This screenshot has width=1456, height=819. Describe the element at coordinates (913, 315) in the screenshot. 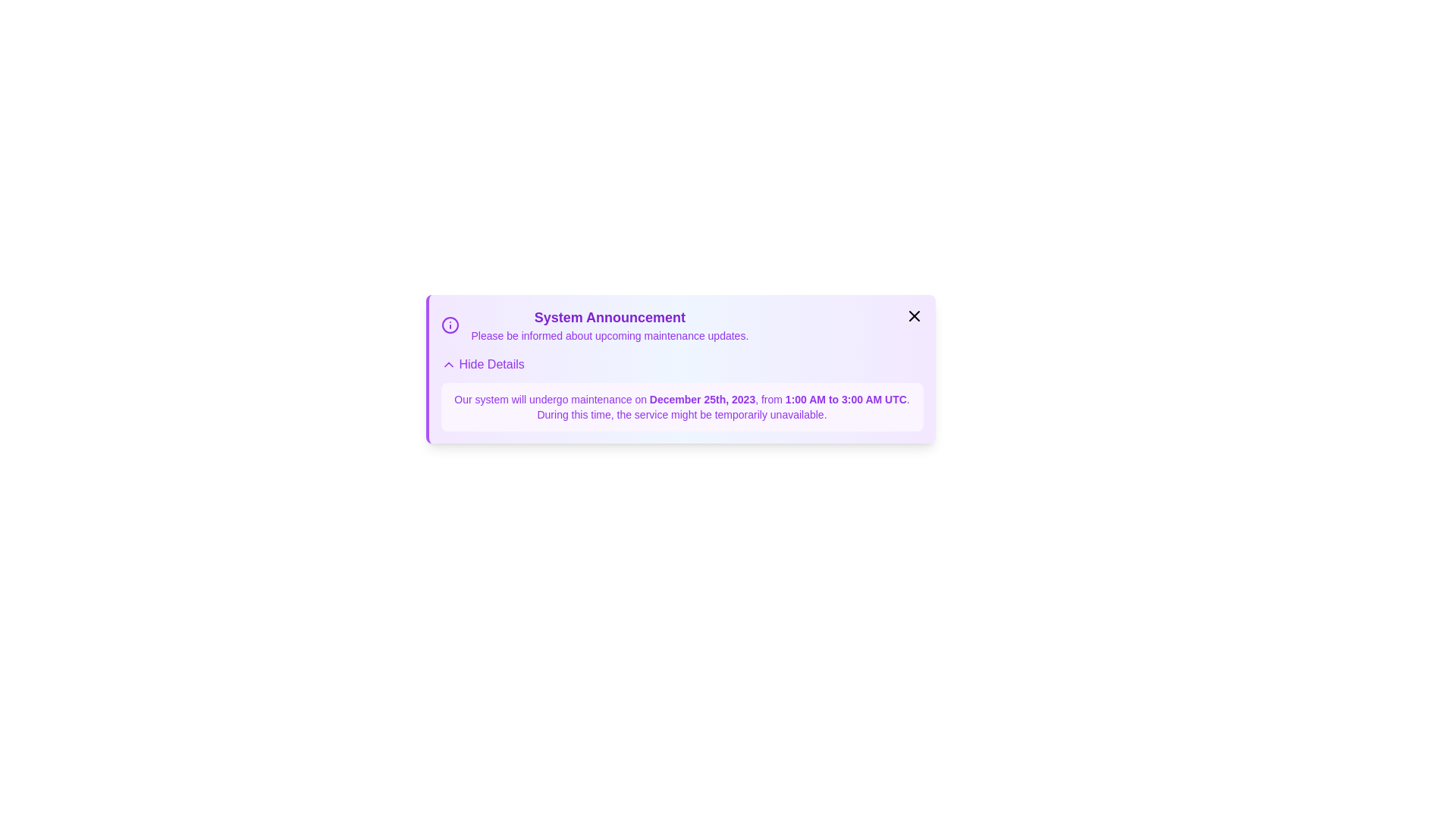

I see `the close button represented by an 'X' icon located at the top-right corner of the notification message box` at that location.